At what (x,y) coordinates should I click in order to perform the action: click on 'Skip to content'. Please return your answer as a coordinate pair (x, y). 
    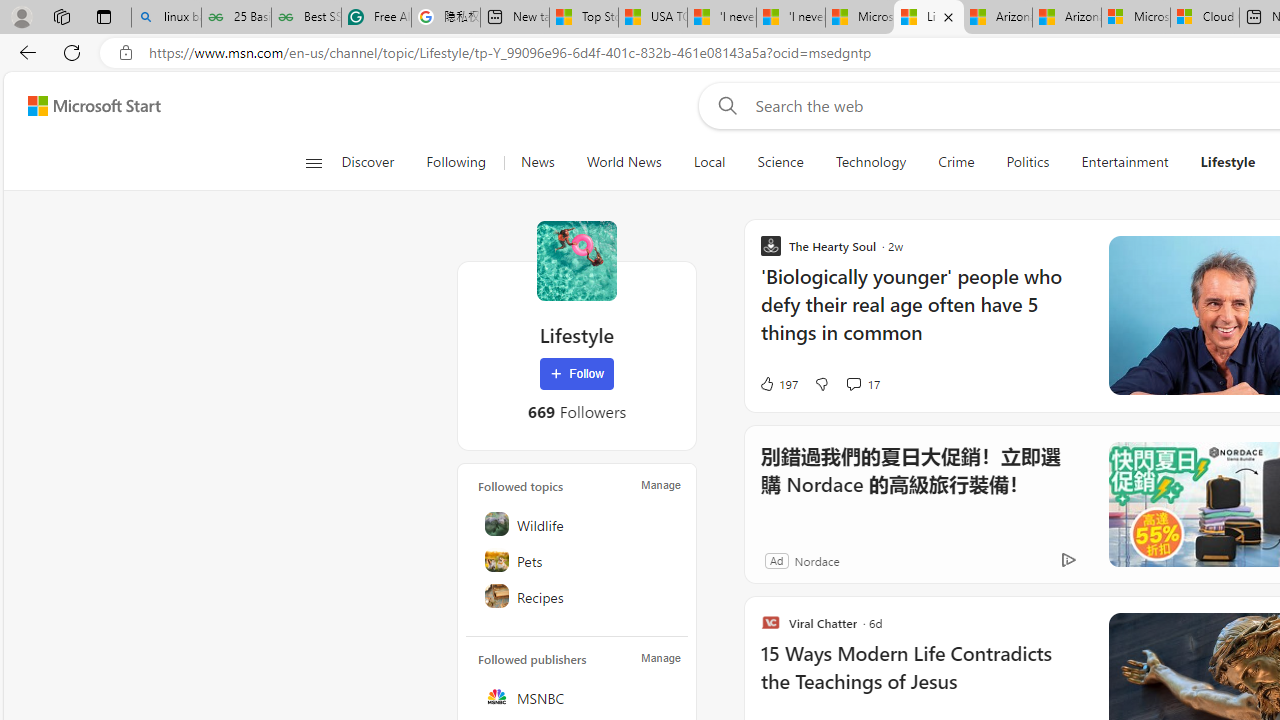
    Looking at the image, I should click on (86, 105).